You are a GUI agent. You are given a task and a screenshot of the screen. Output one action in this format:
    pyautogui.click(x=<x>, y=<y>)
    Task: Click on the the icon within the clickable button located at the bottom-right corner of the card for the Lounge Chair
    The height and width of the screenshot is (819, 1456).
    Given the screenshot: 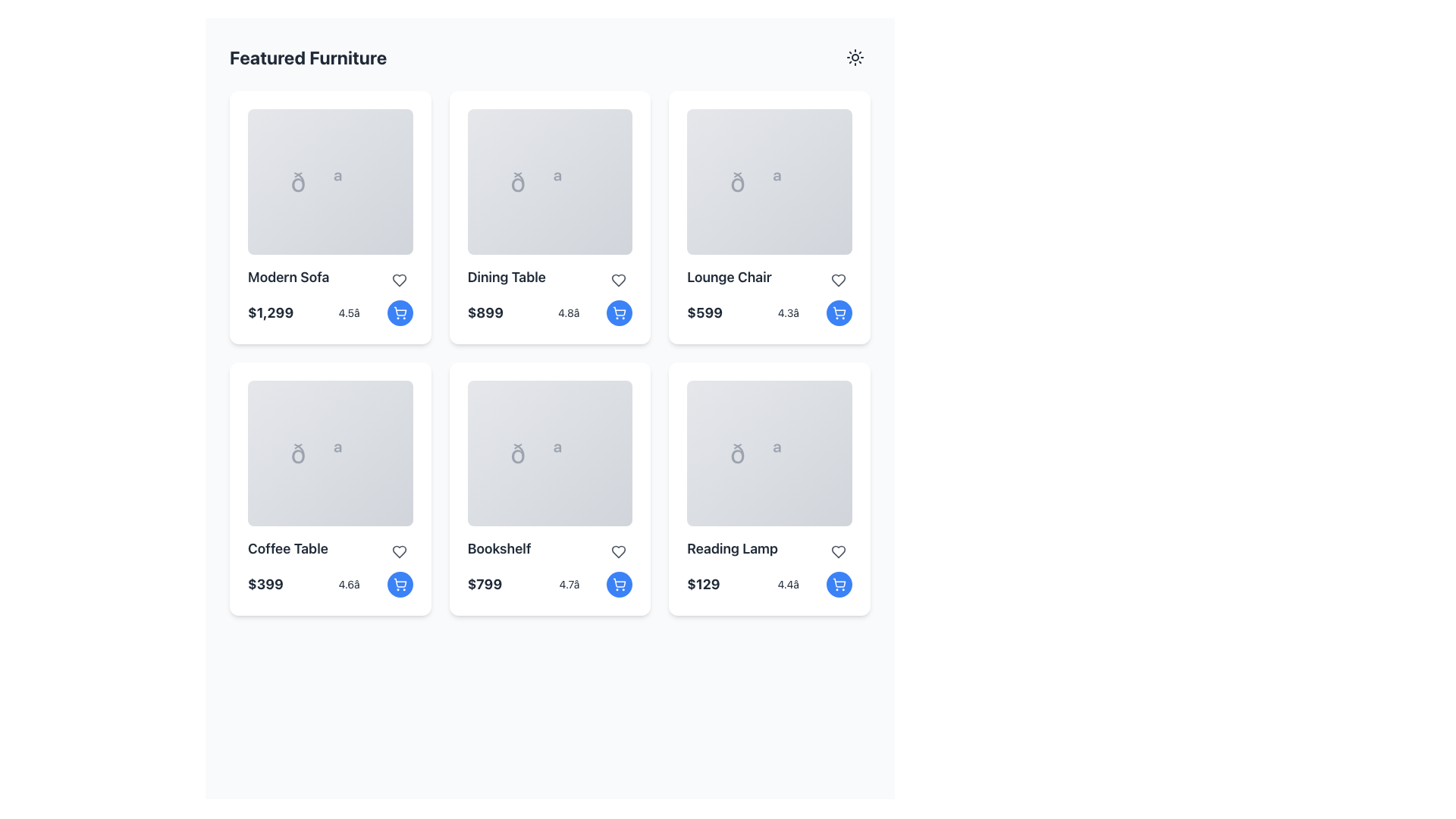 What is the action you would take?
    pyautogui.click(x=839, y=312)
    